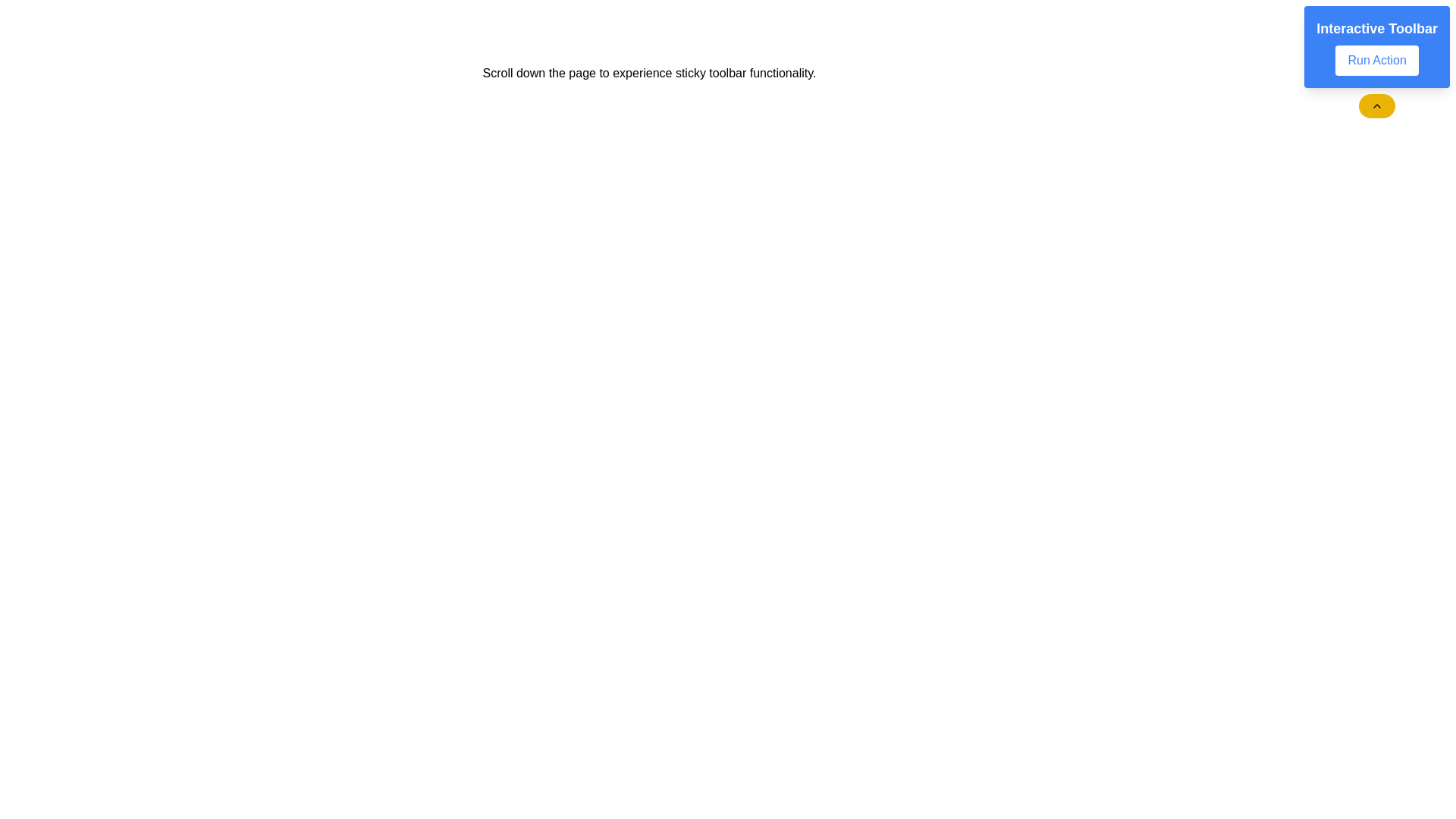 The width and height of the screenshot is (1456, 819). I want to click on the circular button with a yellow background and black upward chevron icon, positioned below the 'Run Action' button in the 'Interactive Toolbar', so click(1377, 105).